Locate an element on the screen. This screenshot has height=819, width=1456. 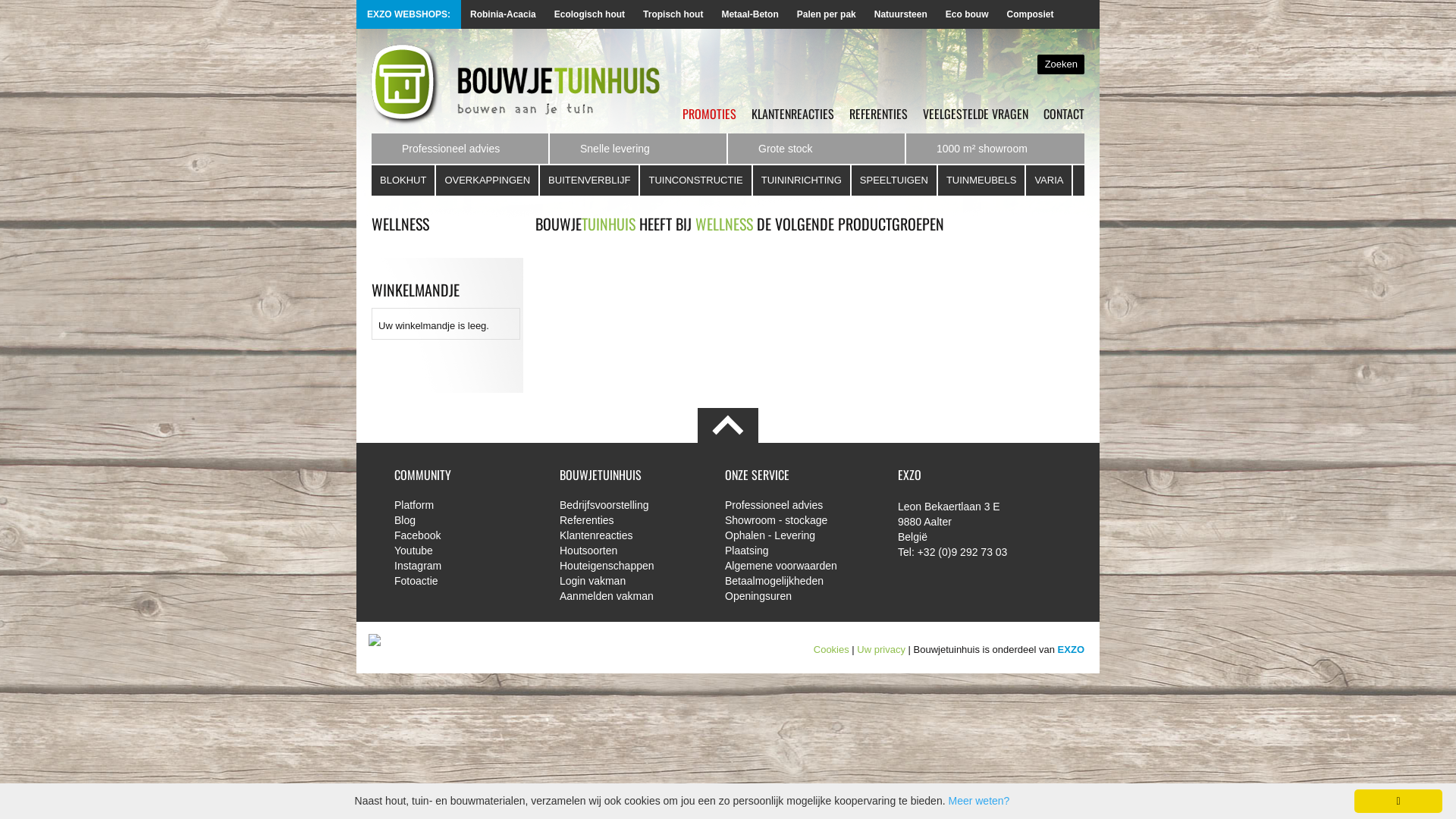
'Blog' is located at coordinates (465, 519).